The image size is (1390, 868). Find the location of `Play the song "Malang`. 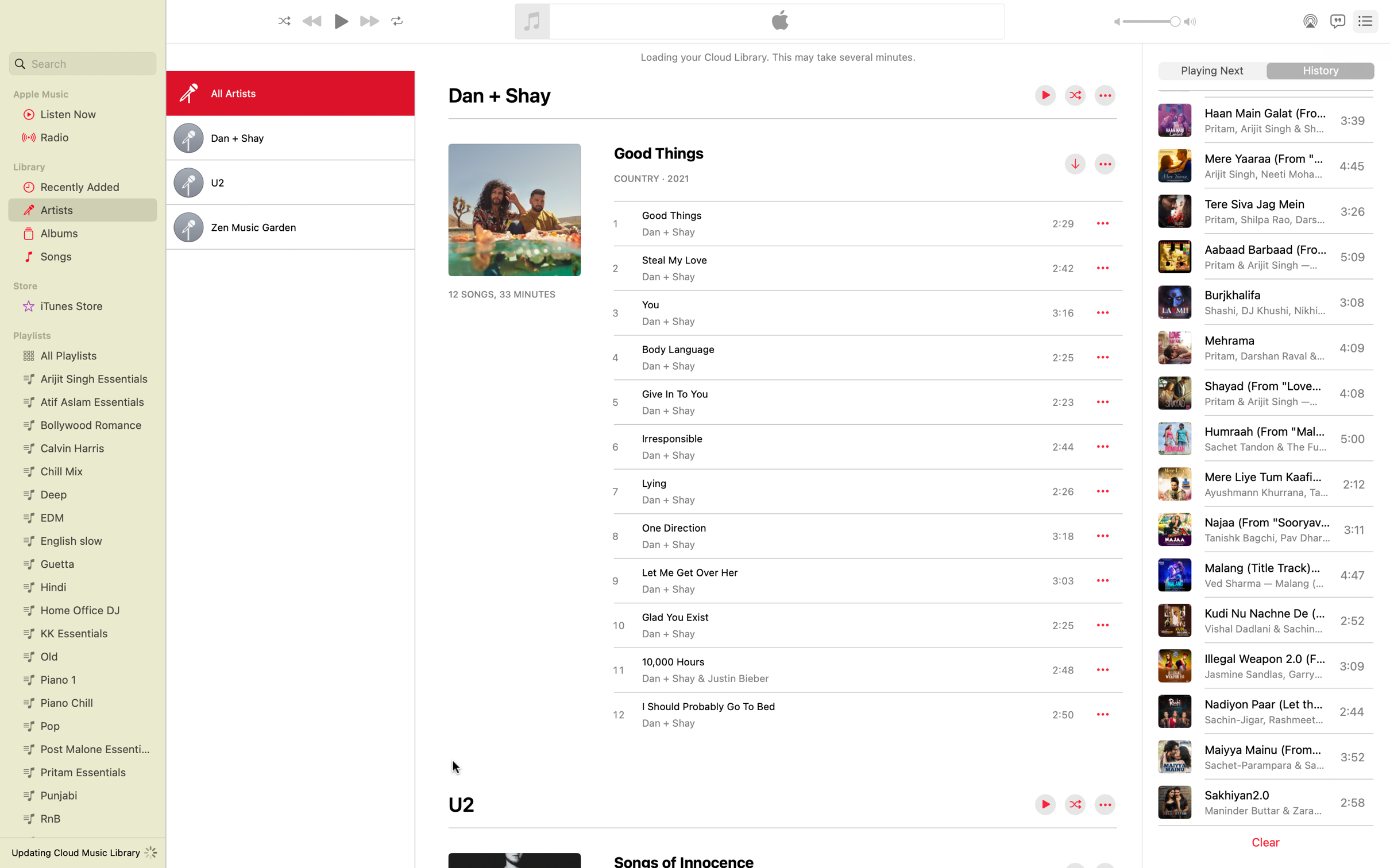

Play the song "Malang is located at coordinates (1262, 573).